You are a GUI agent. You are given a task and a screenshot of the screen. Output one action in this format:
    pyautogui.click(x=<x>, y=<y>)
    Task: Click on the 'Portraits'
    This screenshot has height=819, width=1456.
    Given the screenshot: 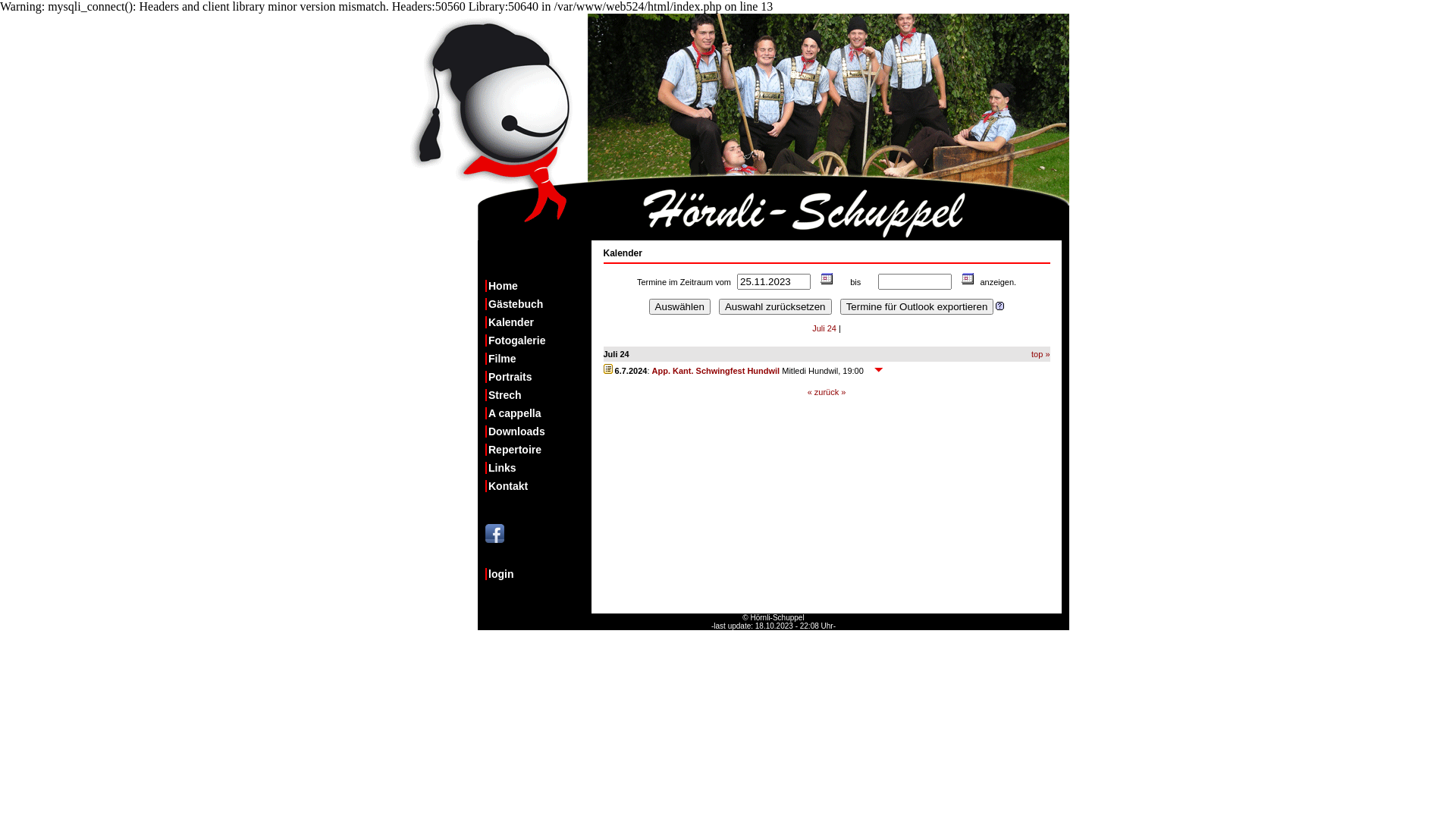 What is the action you would take?
    pyautogui.click(x=484, y=376)
    